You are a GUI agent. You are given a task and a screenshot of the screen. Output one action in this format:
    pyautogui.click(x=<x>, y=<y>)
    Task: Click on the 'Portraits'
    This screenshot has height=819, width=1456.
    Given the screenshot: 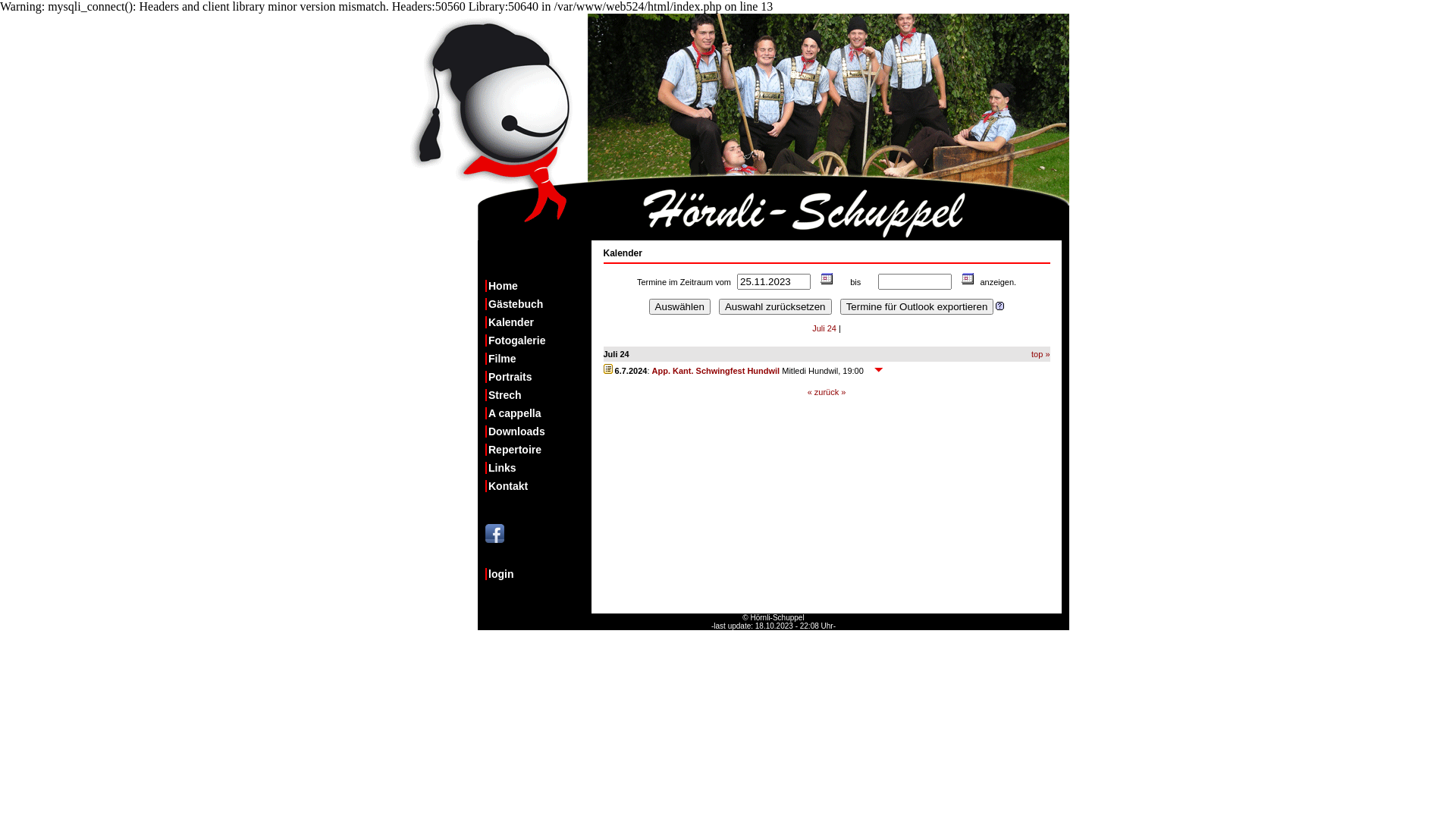 What is the action you would take?
    pyautogui.click(x=484, y=376)
    